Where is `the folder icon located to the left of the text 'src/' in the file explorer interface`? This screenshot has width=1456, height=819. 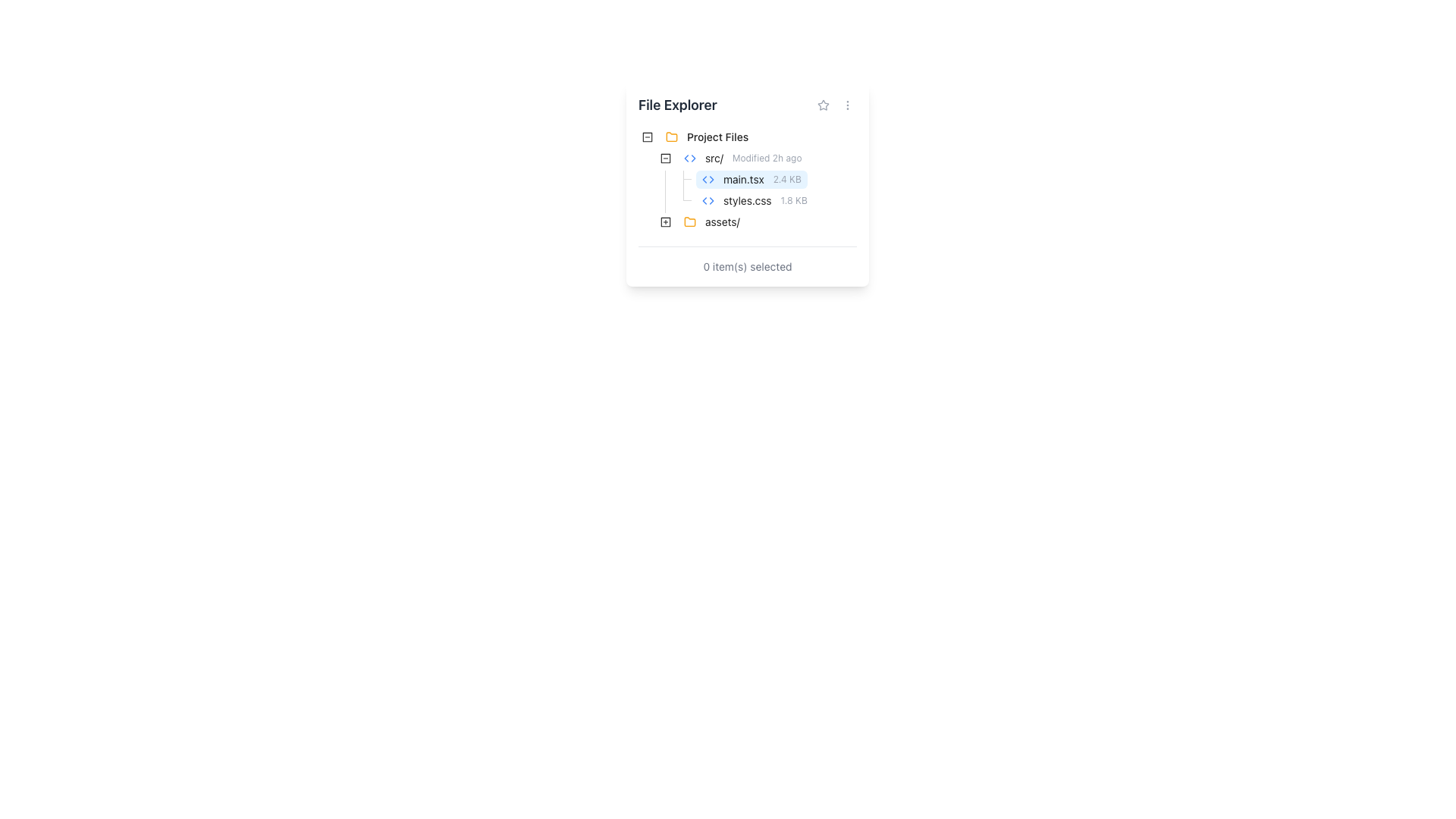 the folder icon located to the left of the text 'src/' in the file explorer interface is located at coordinates (689, 158).